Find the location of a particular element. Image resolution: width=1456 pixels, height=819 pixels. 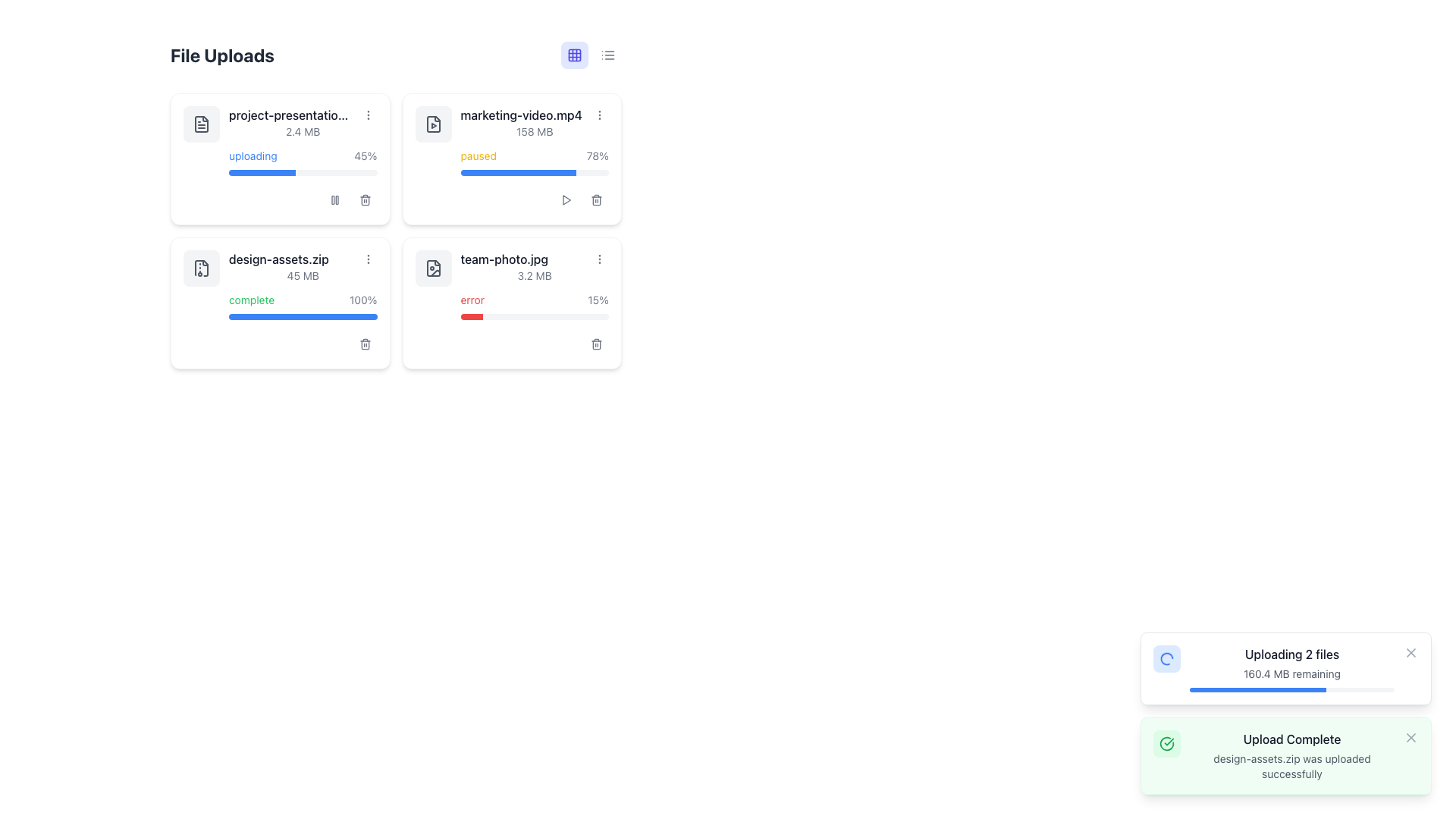

the rectangular SVG icon with rounded corners depicting a folded document and a video play badge, located in the second row, first column of the grid, representing the marketing-video.mp4 file is located at coordinates (432, 124).